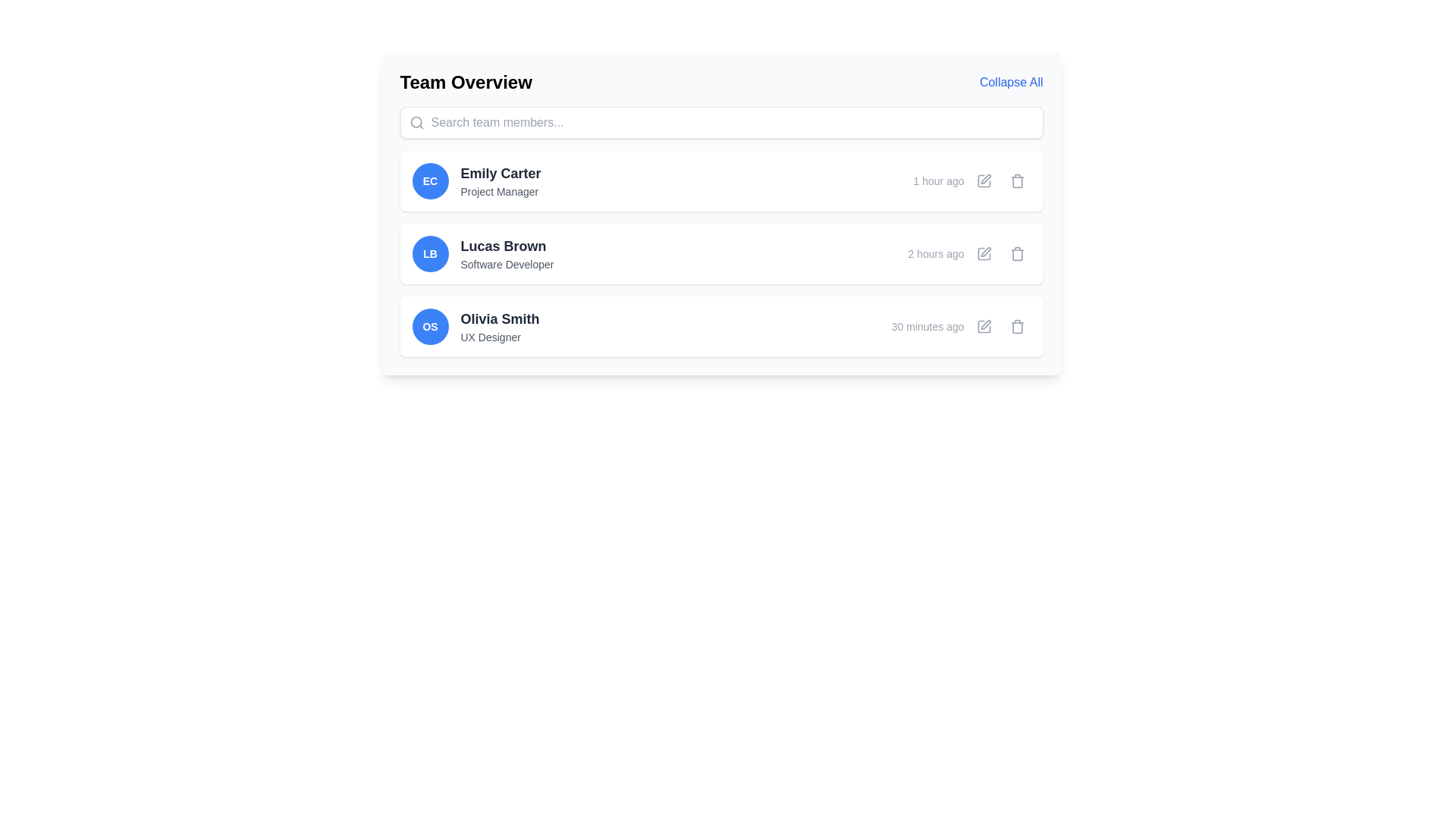  Describe the element at coordinates (927, 326) in the screenshot. I see `the timestamp text label indicating the last action occurrence for the user entry of Olivia Smith, positioned between the user's role and interactive icons` at that location.